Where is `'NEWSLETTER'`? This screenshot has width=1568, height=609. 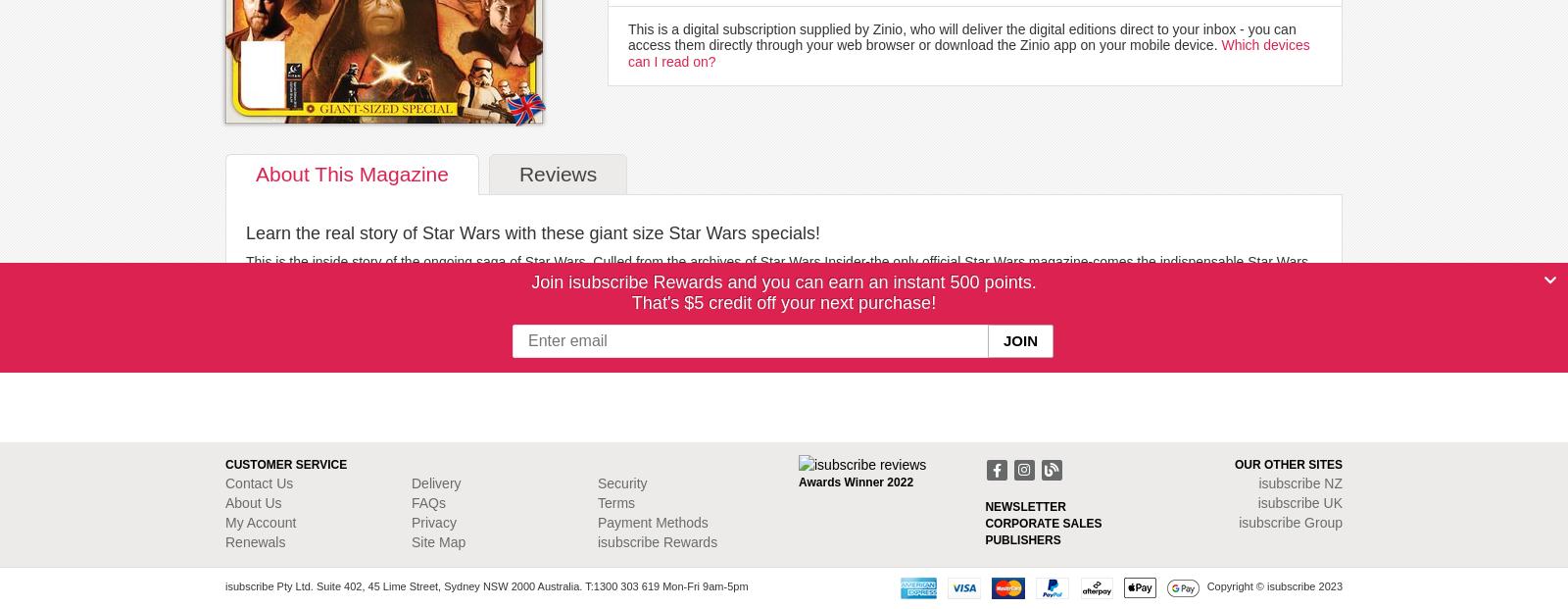
'NEWSLETTER' is located at coordinates (1025, 504).